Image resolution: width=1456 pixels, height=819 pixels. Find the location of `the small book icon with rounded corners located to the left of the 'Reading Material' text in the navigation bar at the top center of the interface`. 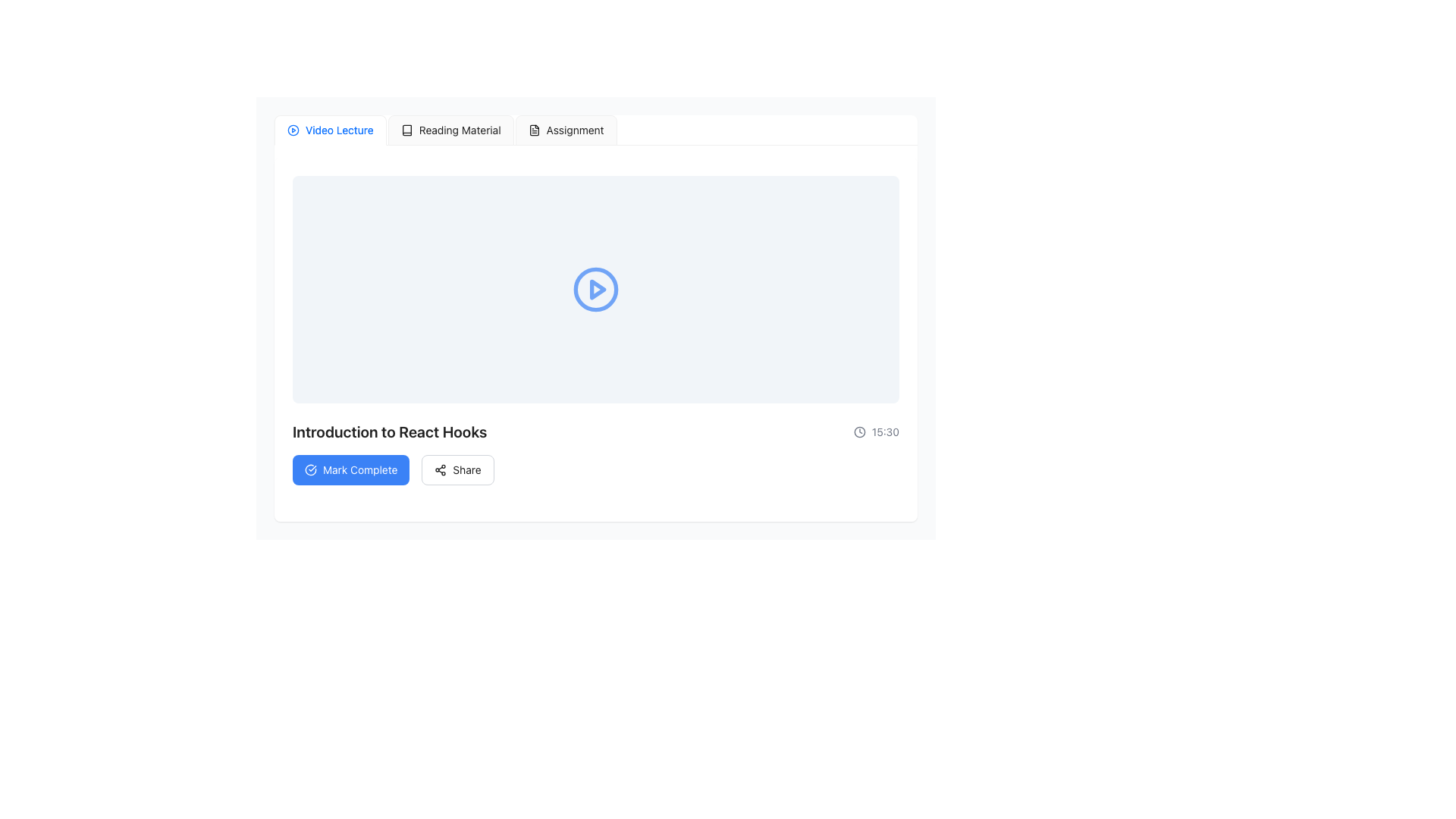

the small book icon with rounded corners located to the left of the 'Reading Material' text in the navigation bar at the top center of the interface is located at coordinates (406, 130).